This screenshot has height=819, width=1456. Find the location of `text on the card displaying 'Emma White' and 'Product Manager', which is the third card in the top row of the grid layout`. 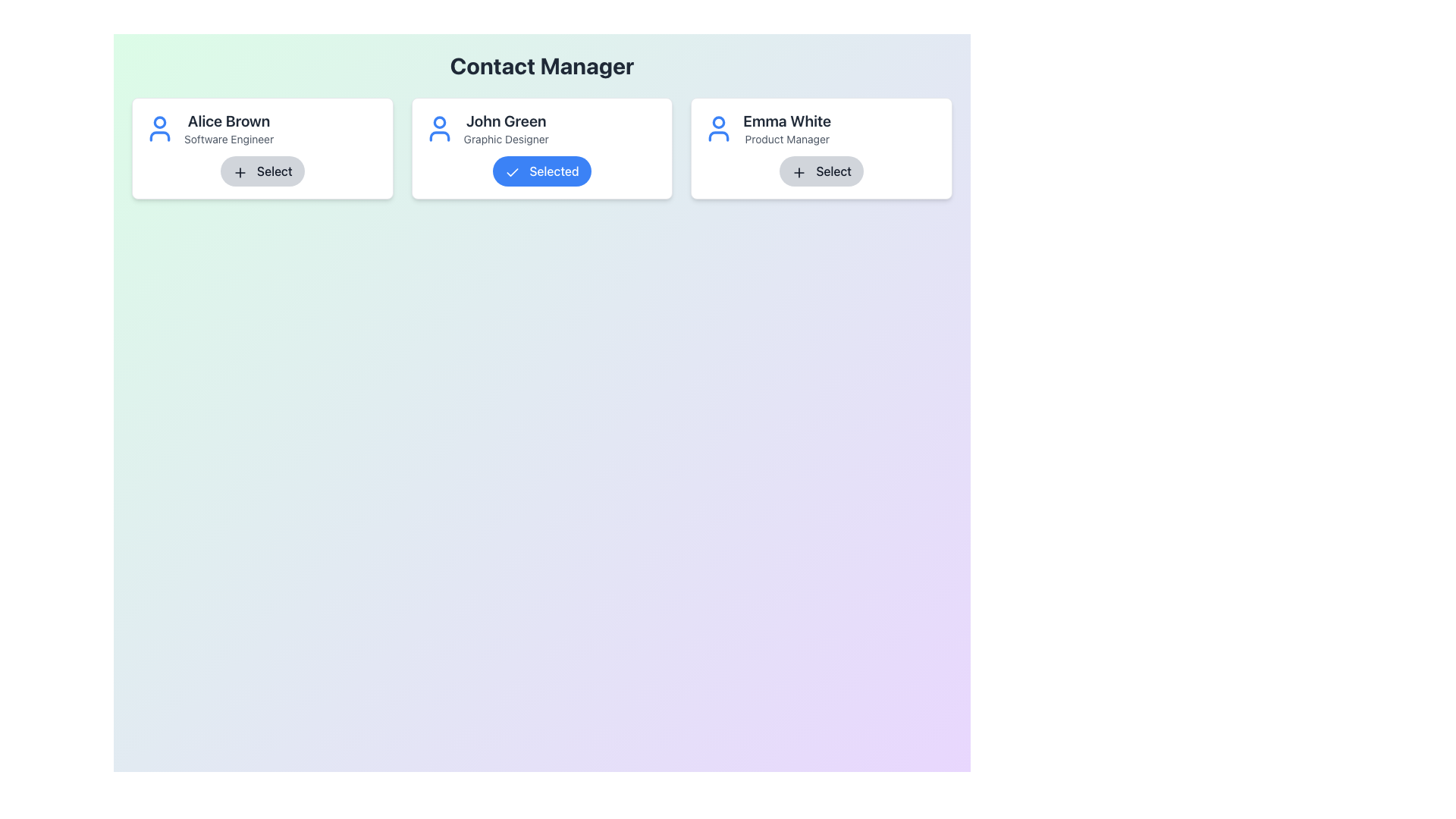

text on the card displaying 'Emma White' and 'Product Manager', which is the third card in the top row of the grid layout is located at coordinates (821, 149).